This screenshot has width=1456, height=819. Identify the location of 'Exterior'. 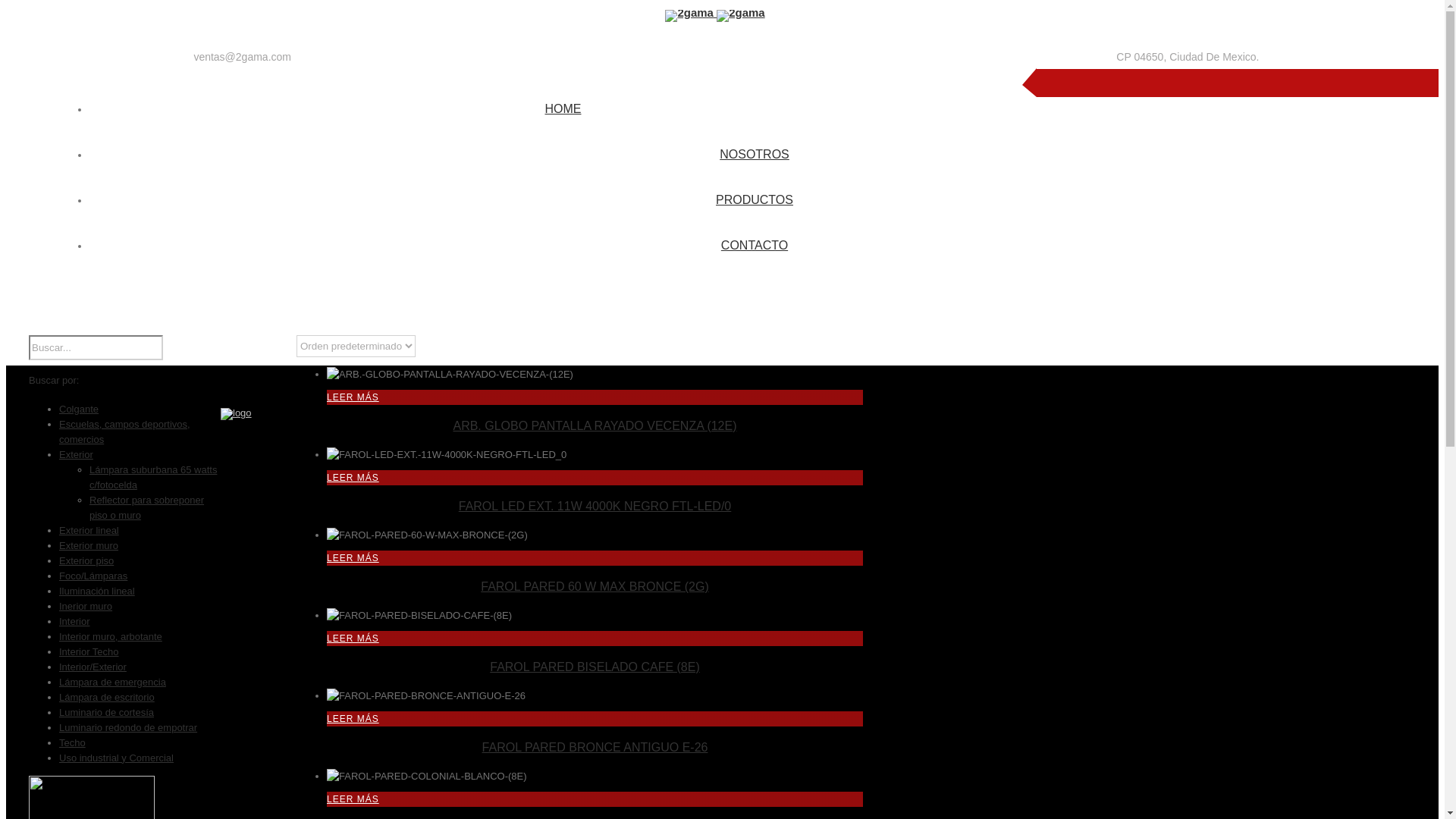
(75, 453).